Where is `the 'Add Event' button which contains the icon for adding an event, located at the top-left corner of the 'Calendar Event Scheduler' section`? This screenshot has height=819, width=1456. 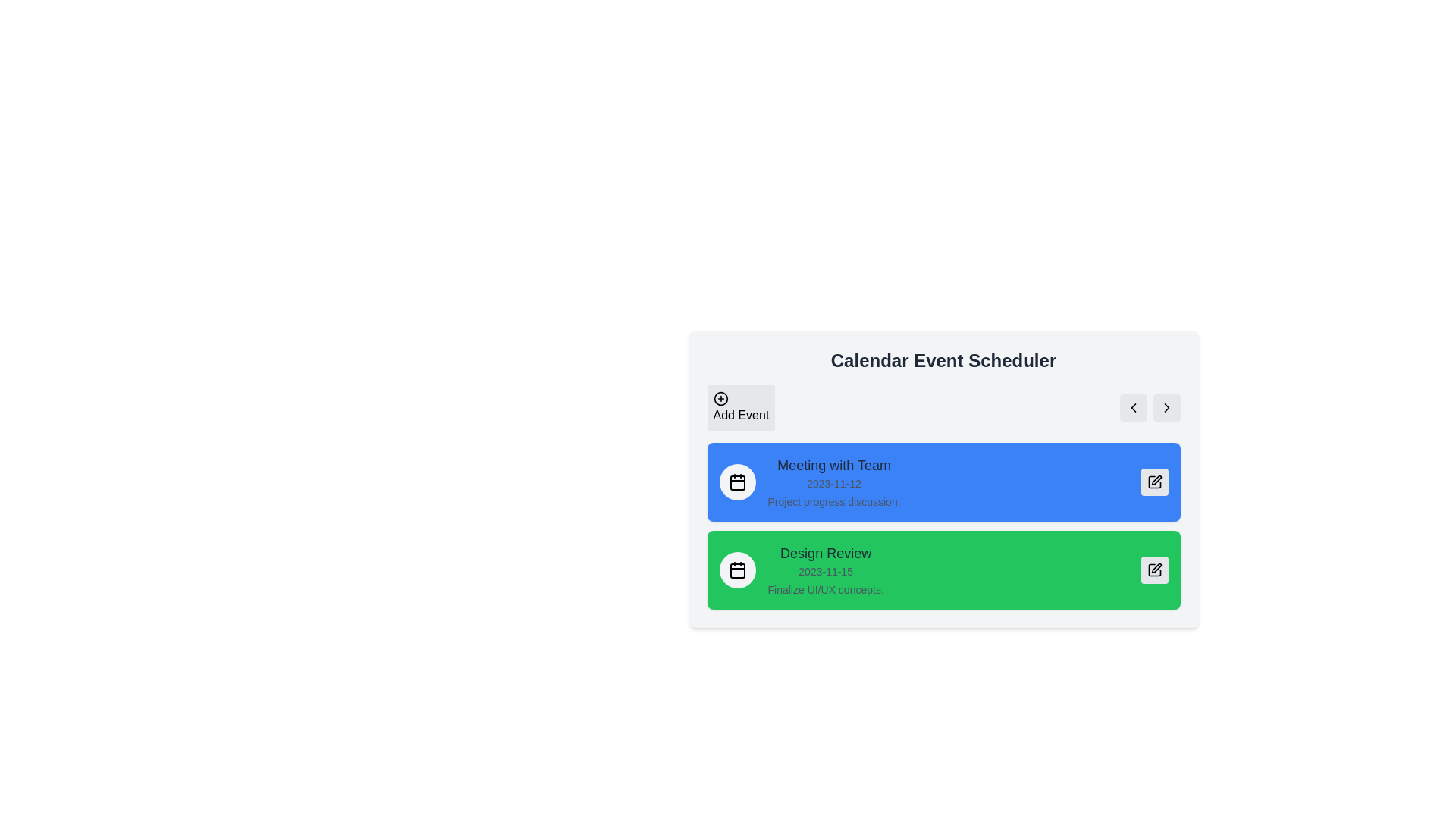
the 'Add Event' button which contains the icon for adding an event, located at the top-left corner of the 'Calendar Event Scheduler' section is located at coordinates (720, 397).